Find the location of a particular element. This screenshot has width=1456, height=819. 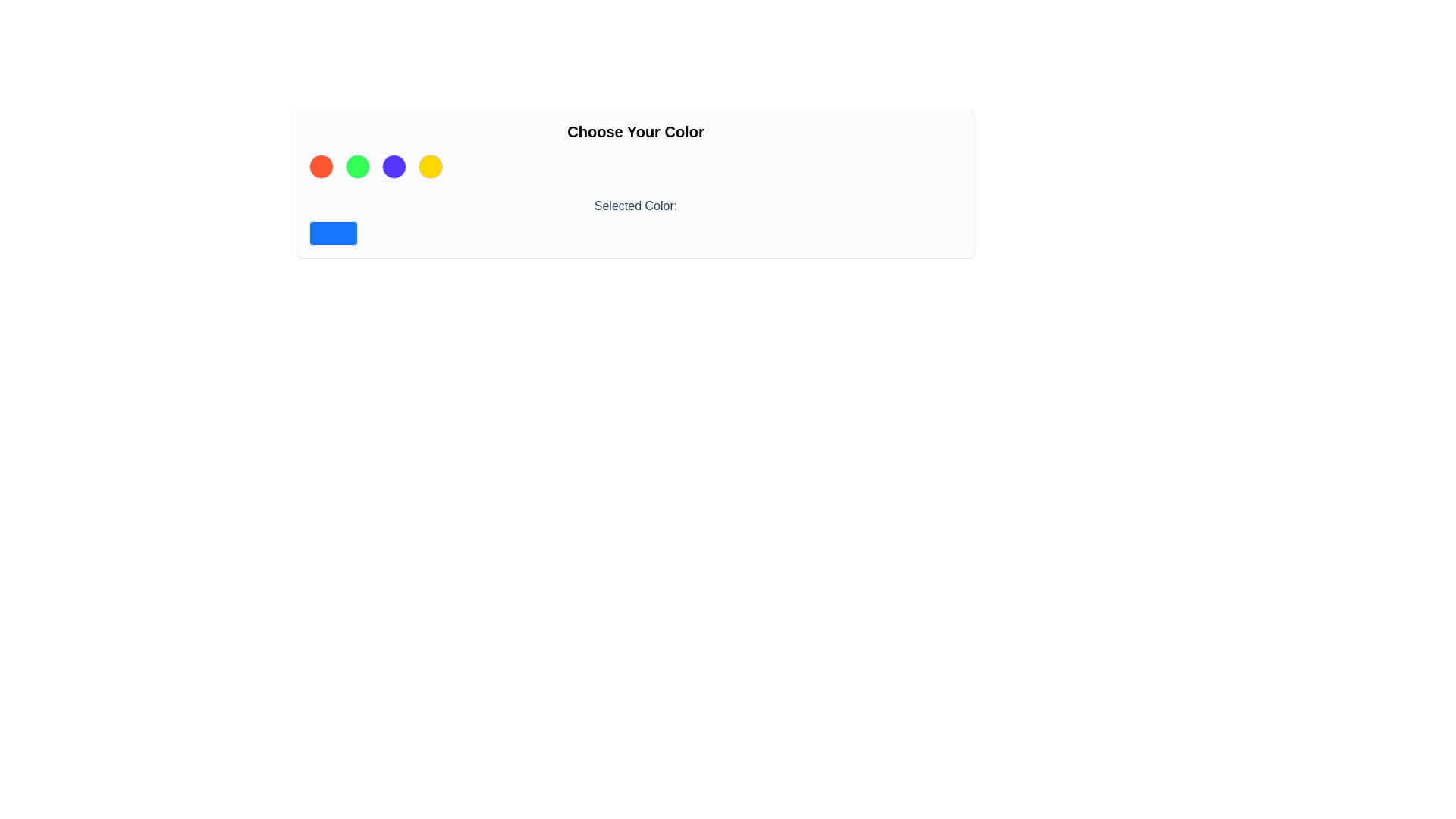

the circular button with a yellow background and gray border, which is the fourth element in a horizontal row of four circular indicators is located at coordinates (429, 166).